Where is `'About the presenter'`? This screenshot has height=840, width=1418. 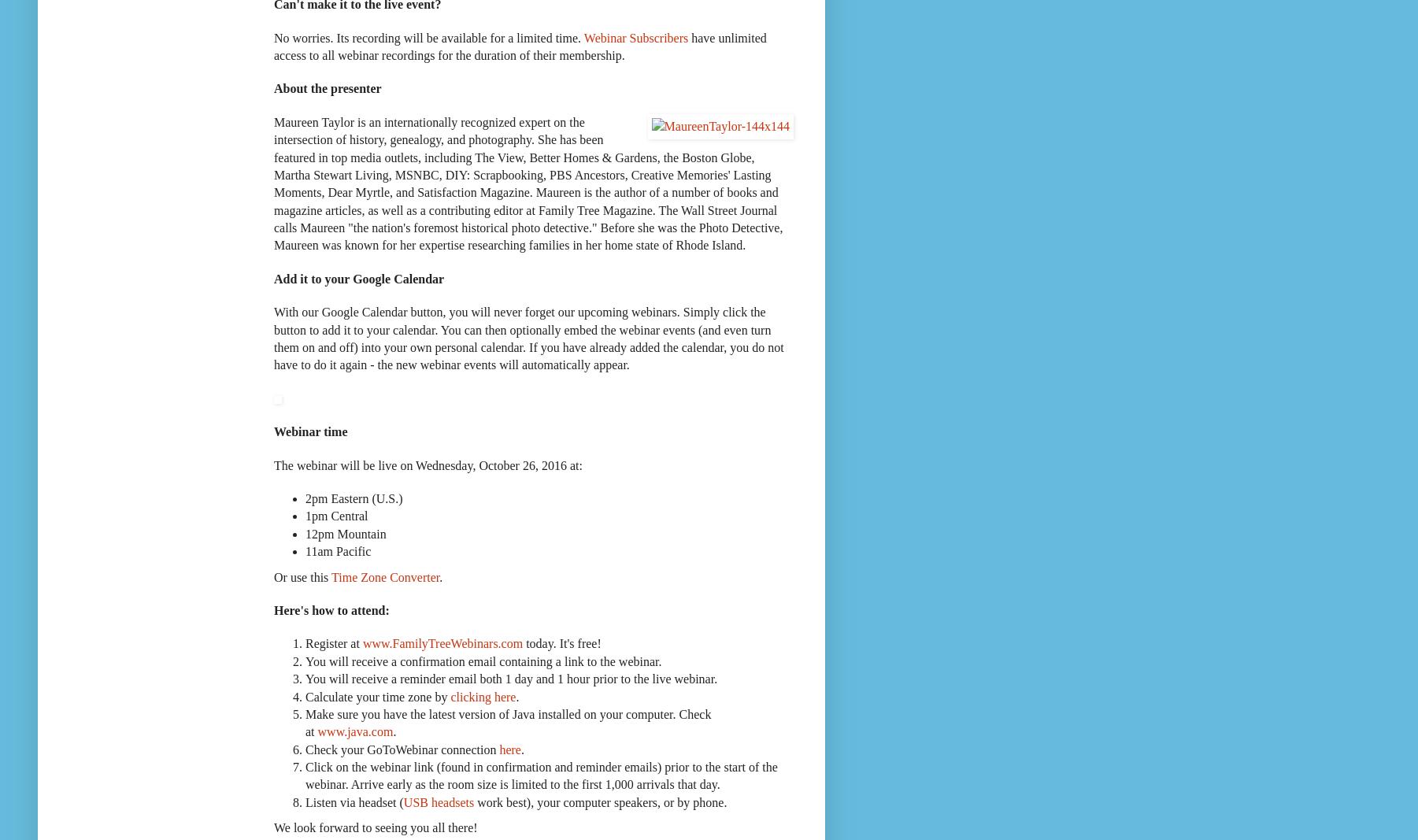
'About the presenter' is located at coordinates (273, 87).